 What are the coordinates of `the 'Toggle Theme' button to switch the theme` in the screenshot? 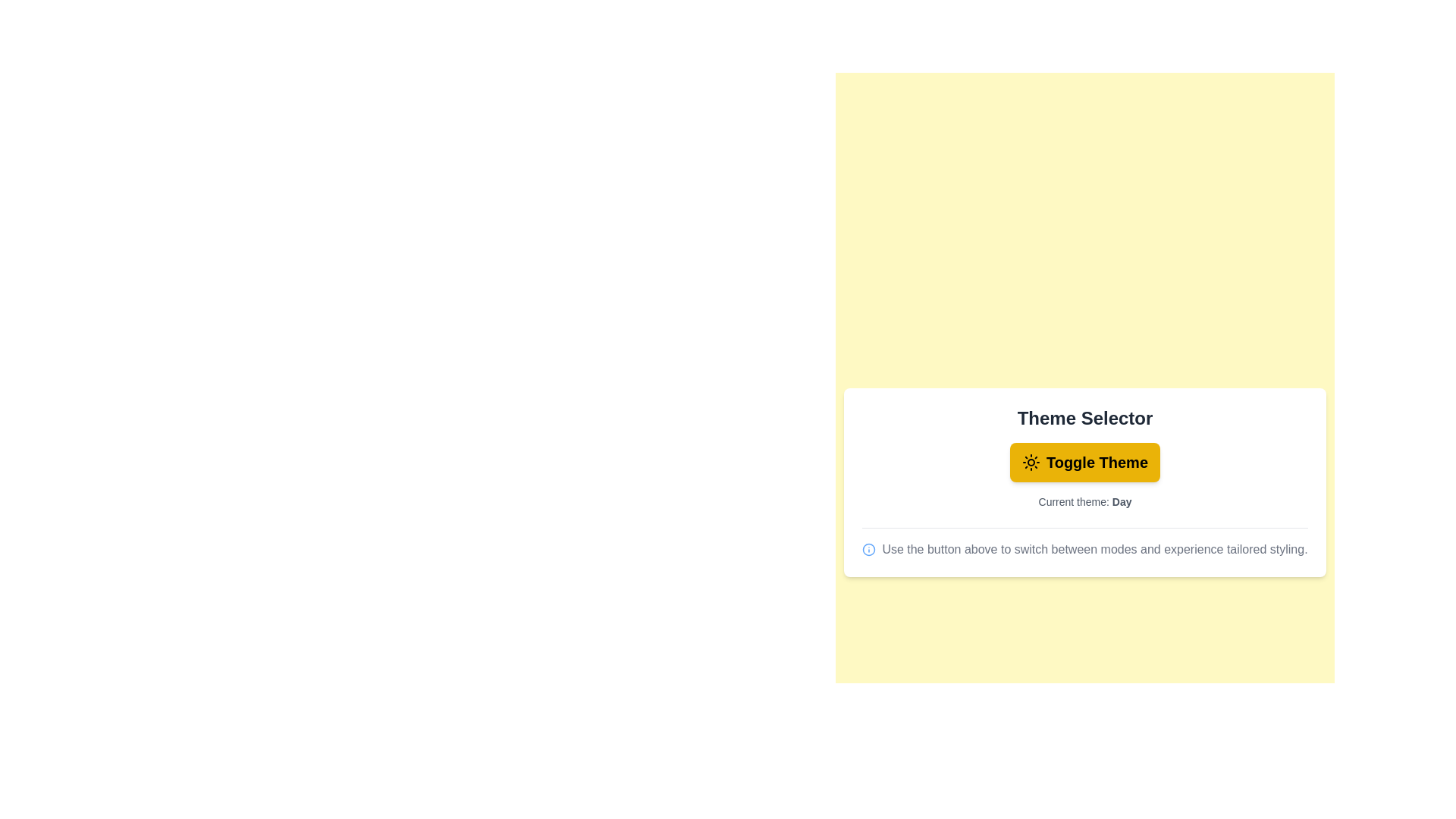 It's located at (1084, 461).